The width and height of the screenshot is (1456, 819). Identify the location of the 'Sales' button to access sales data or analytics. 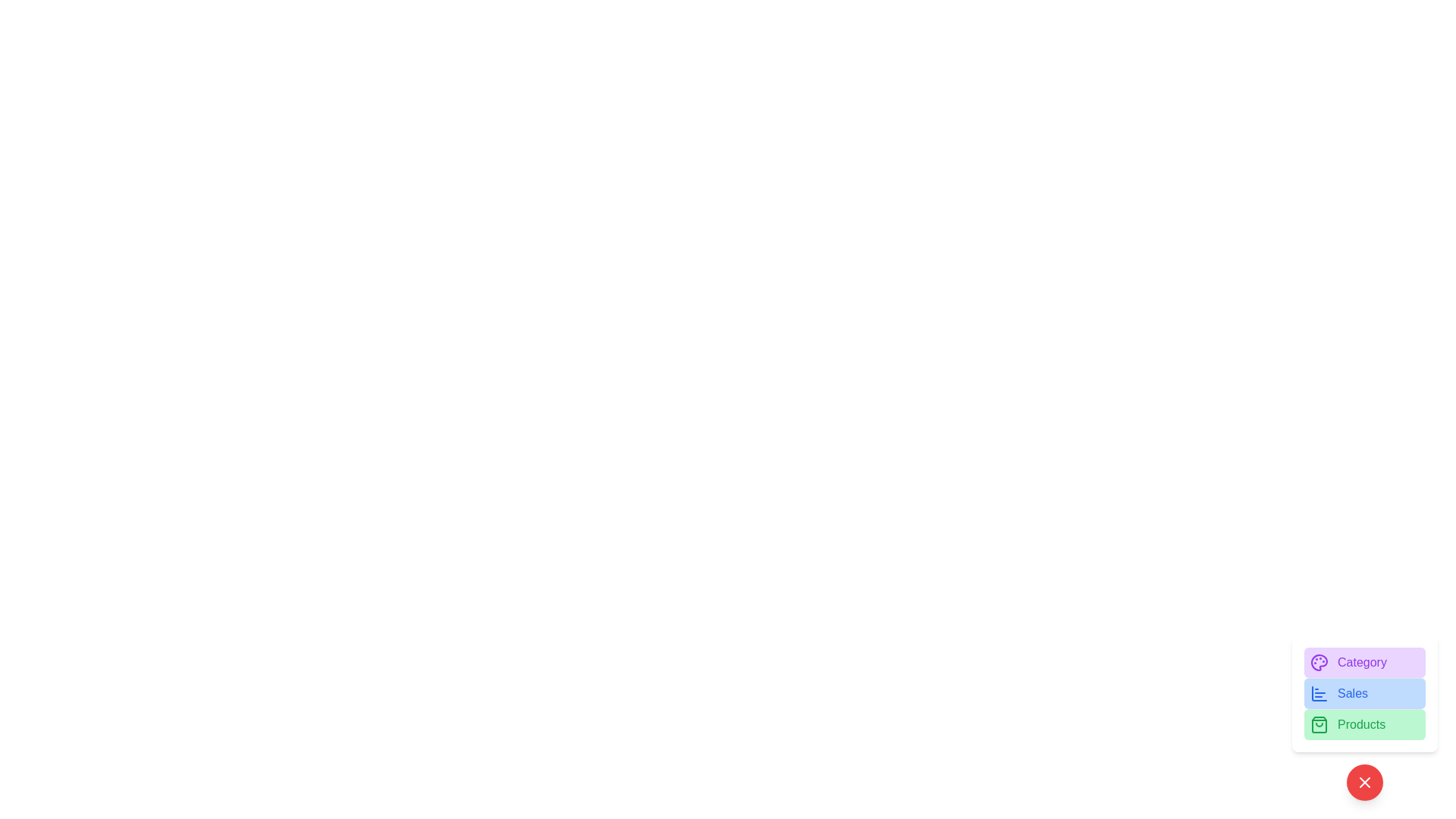
(1365, 693).